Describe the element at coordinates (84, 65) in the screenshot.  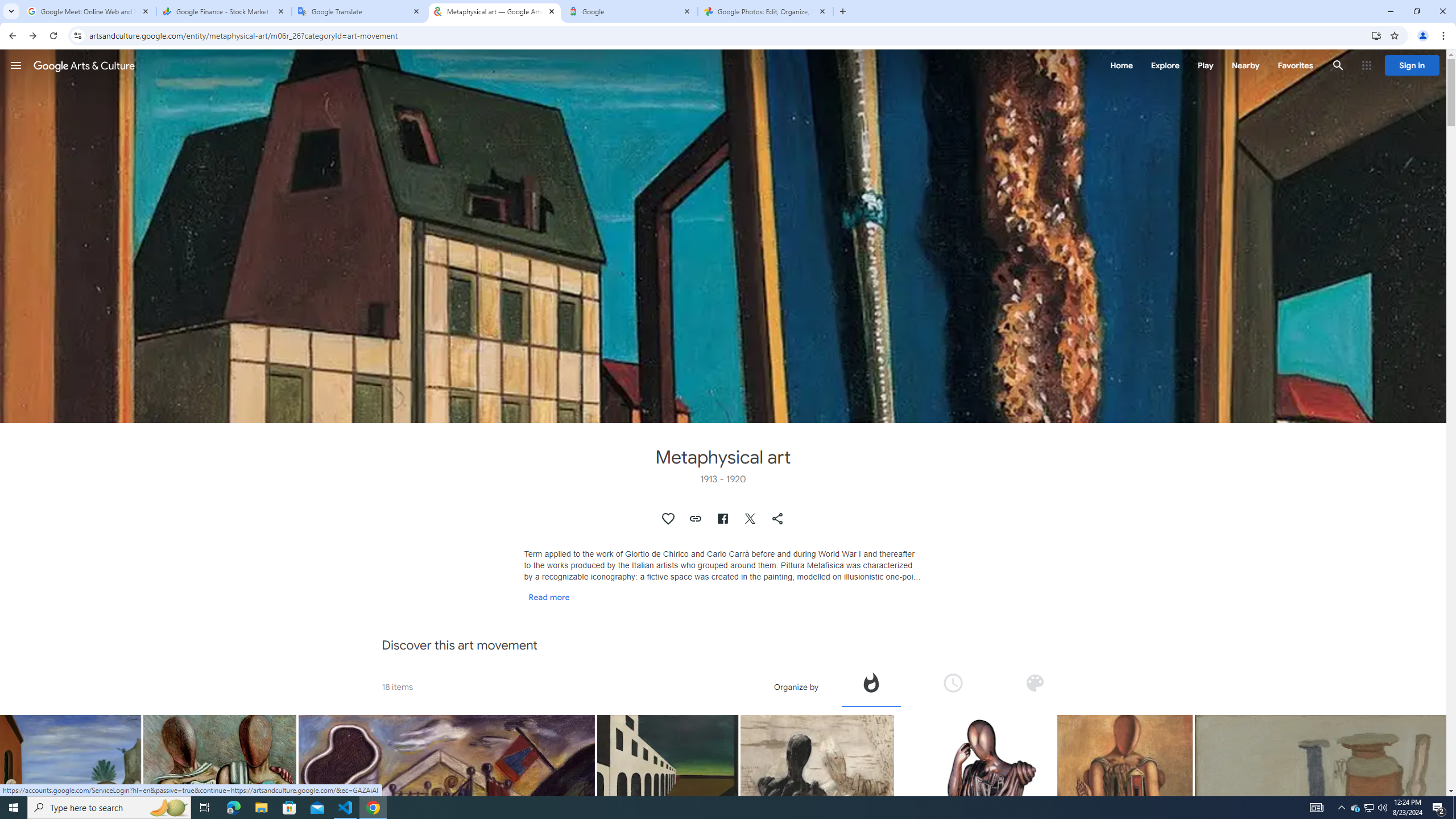
I see `'Google Arts & Culture'` at that location.